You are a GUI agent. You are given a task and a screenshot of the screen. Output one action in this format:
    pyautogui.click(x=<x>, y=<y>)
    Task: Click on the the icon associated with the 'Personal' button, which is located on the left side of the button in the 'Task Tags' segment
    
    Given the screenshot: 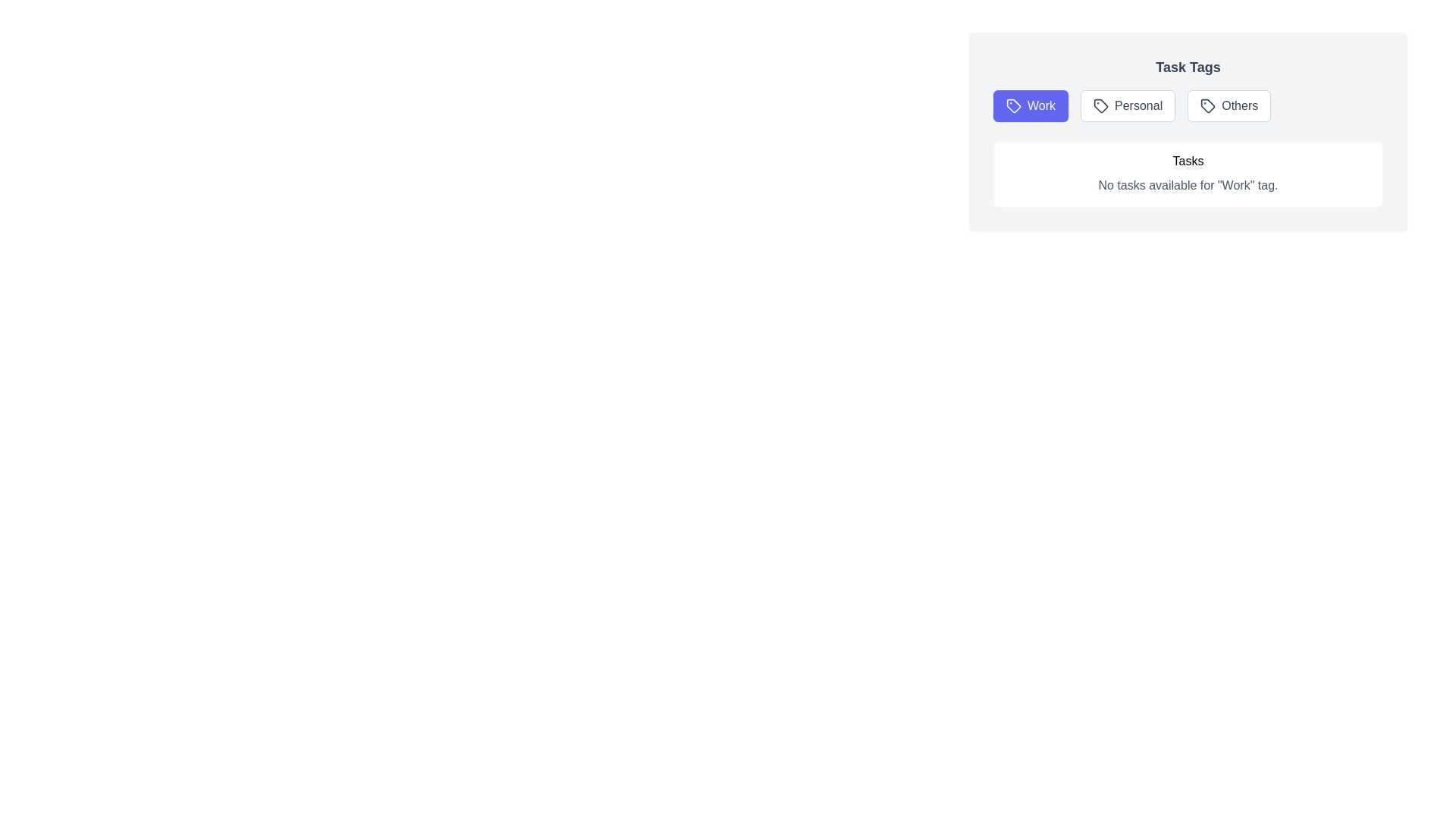 What is the action you would take?
    pyautogui.click(x=1101, y=105)
    